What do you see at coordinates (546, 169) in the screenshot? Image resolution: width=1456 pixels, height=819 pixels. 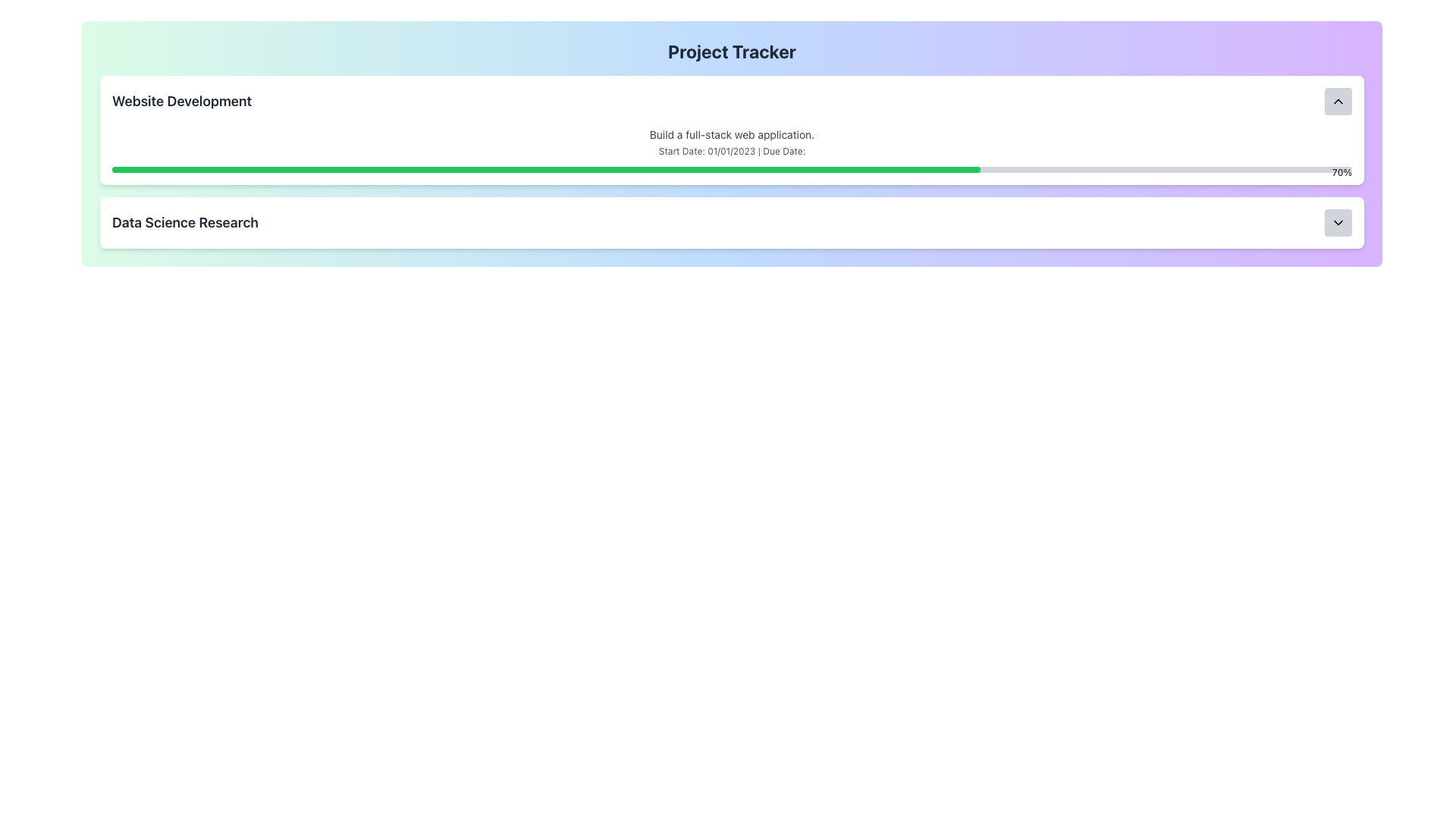 I see `the green-colored progress indicator bar within the 'Website Development' project section, which is located inside a light gray progress bar and spans approximately 70% of its width` at bounding box center [546, 169].